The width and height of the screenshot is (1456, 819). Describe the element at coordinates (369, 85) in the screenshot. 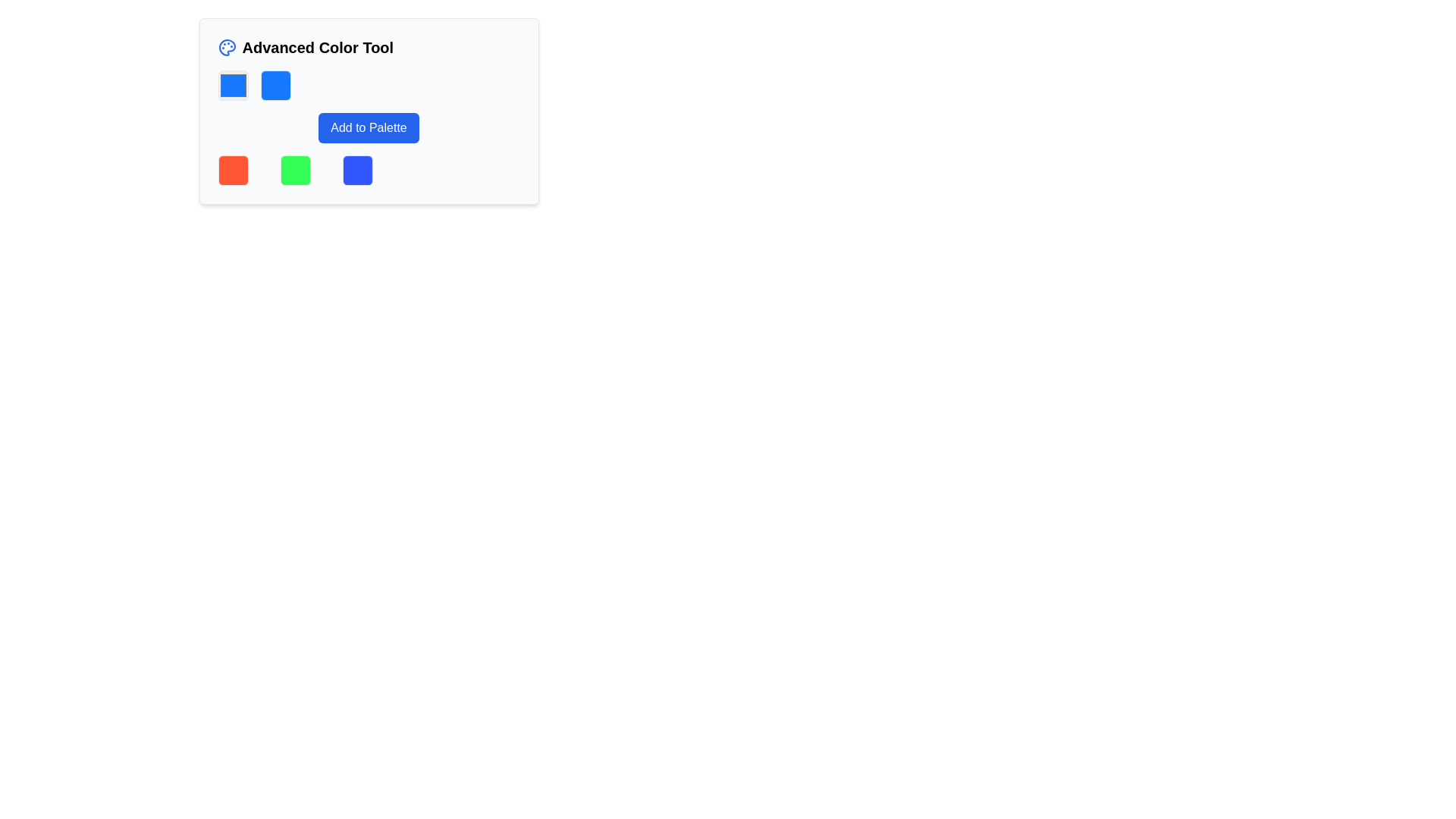

I see `the larger blue square in the Color Selector located below the title 'Advanced Color Tool' for detailed interaction or selection` at that location.